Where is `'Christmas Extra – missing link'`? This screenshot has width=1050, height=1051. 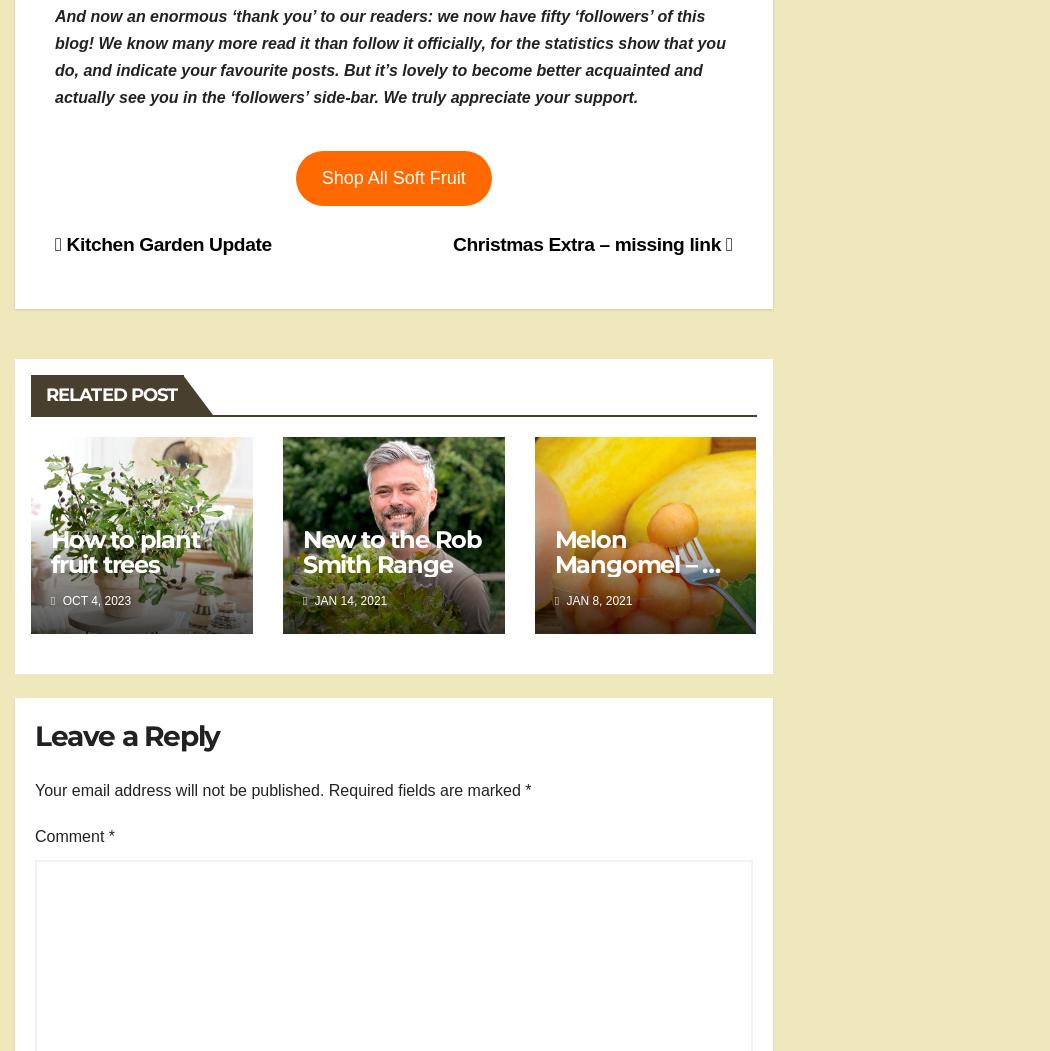
'Christmas Extra – missing link' is located at coordinates (452, 243).